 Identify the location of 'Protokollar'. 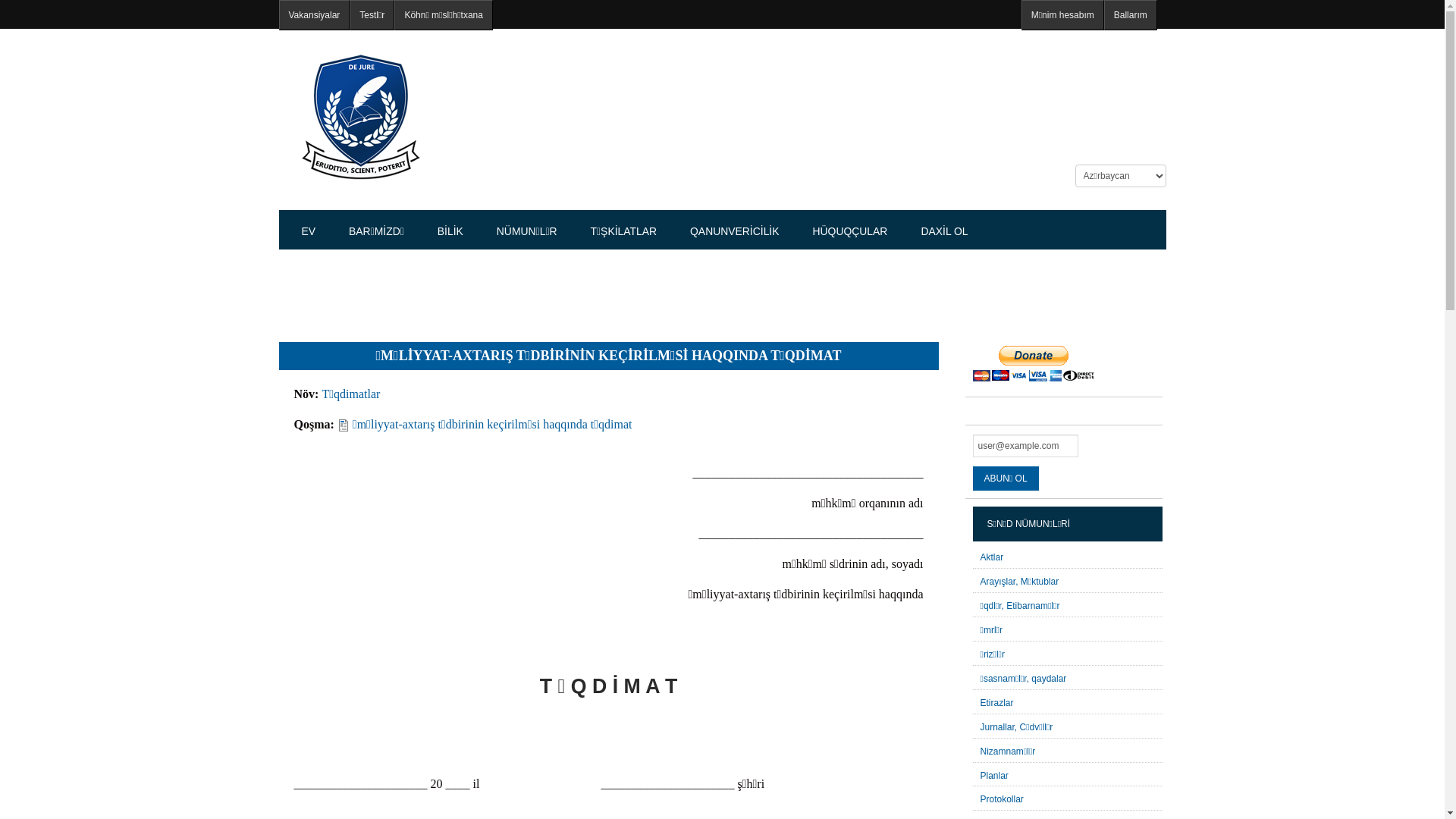
(1001, 798).